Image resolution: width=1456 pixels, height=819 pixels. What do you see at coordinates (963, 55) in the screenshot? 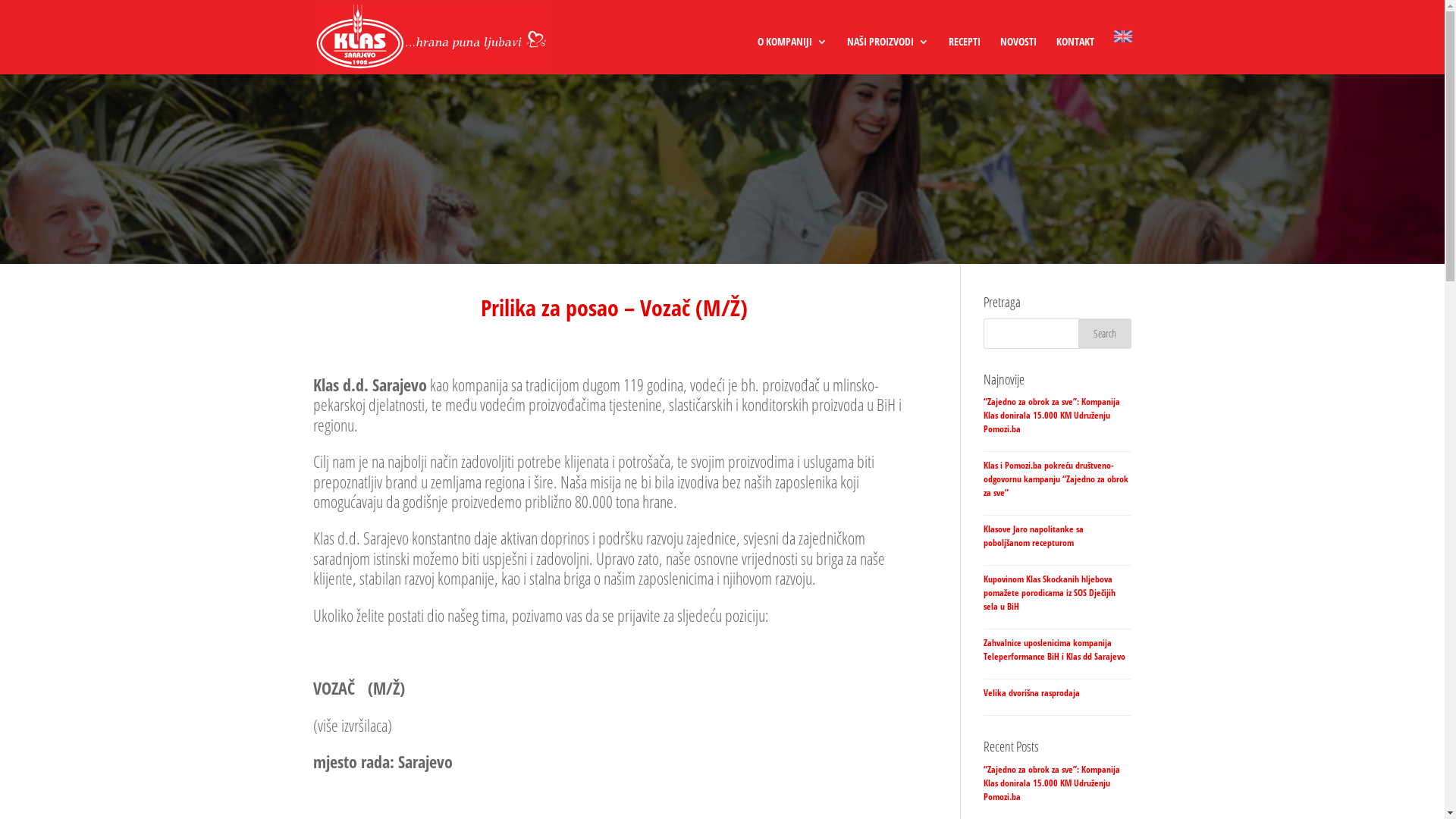
I see `'RECEPTI'` at bounding box center [963, 55].